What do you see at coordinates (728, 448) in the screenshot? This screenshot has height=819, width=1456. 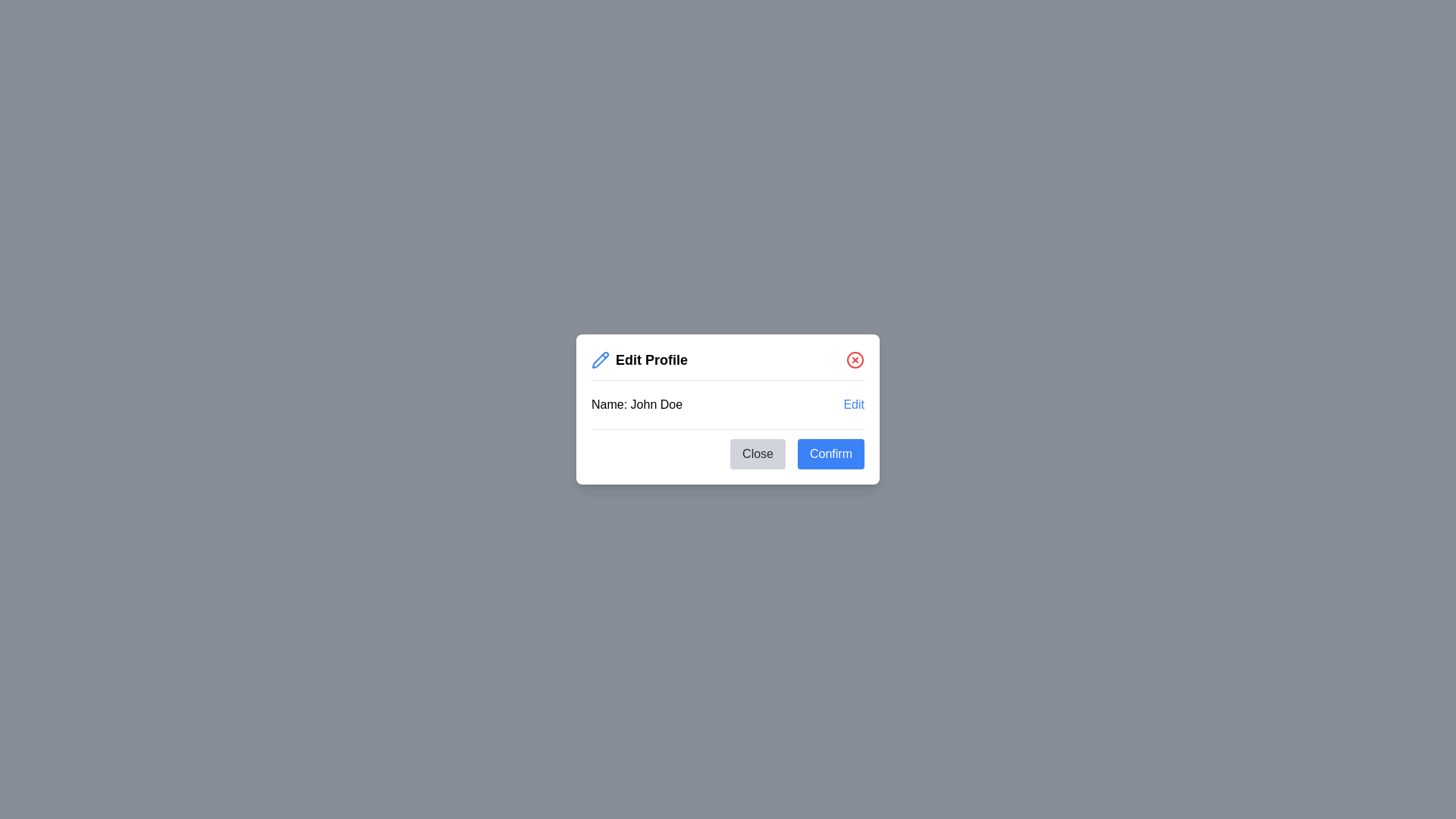 I see `the 'Close' button located at the bottom right of the modal interface` at bounding box center [728, 448].